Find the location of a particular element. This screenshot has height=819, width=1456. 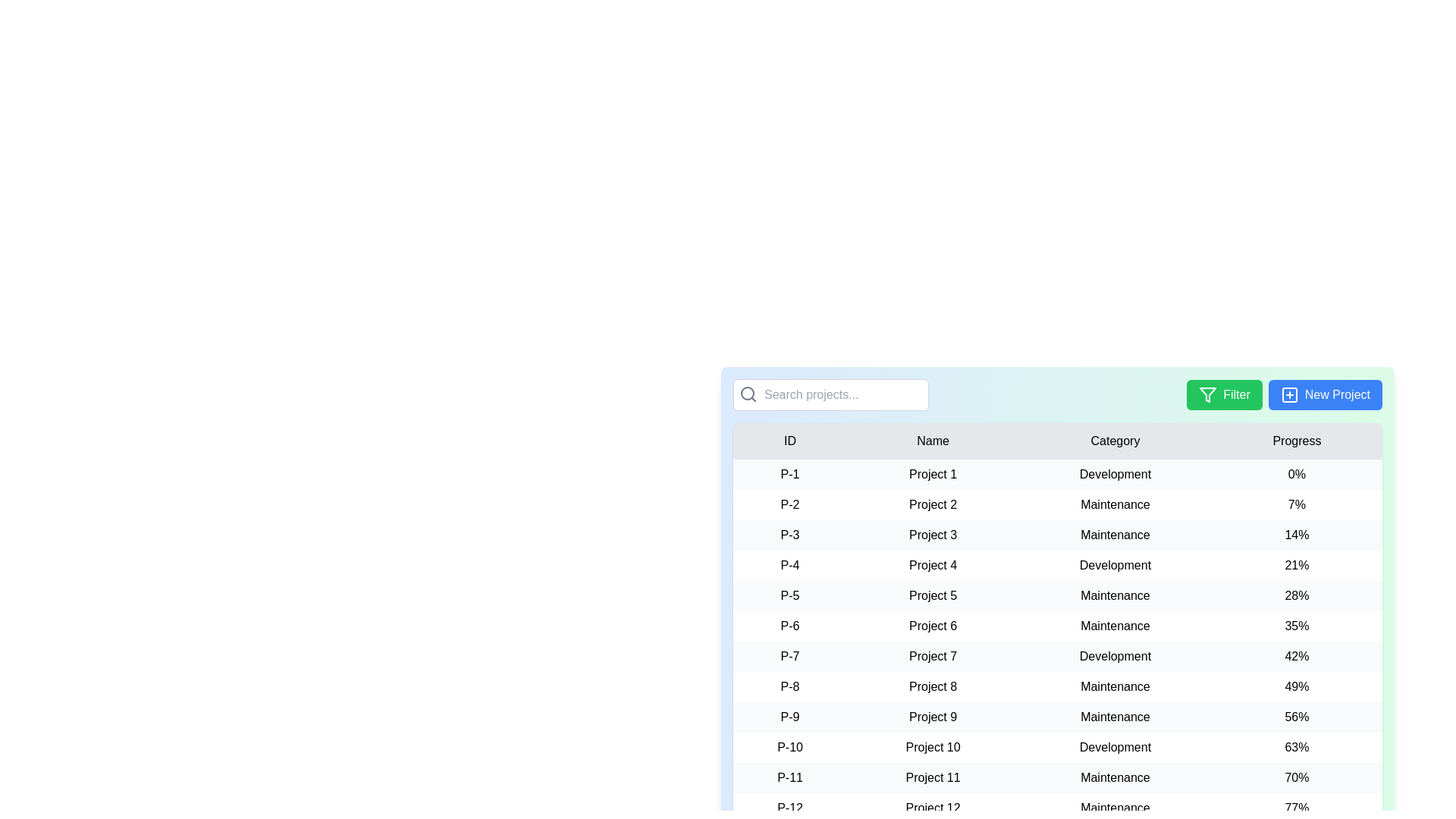

the column header to sort the table by Name is located at coordinates (931, 441).